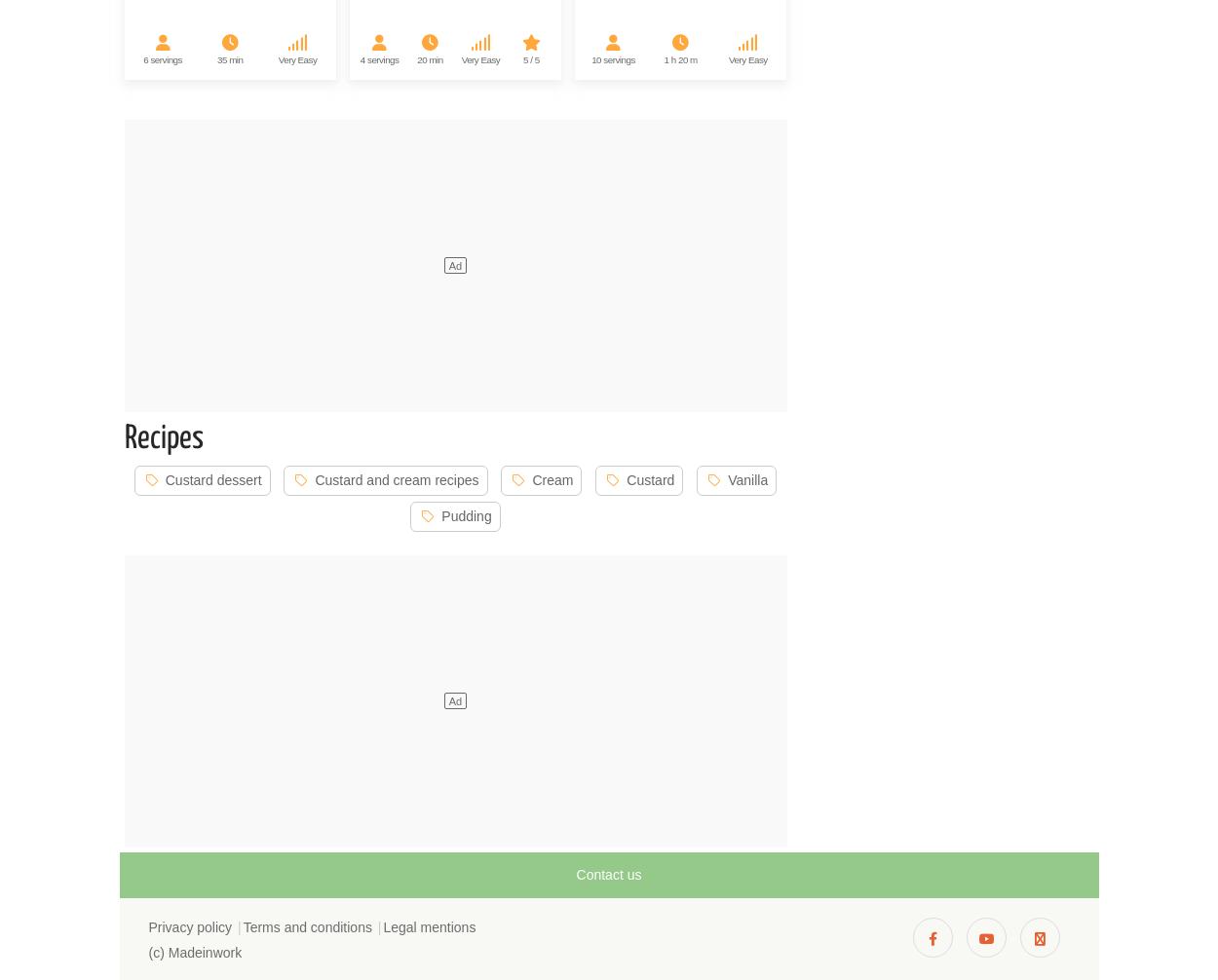  What do you see at coordinates (531, 58) in the screenshot?
I see `'5 / 5'` at bounding box center [531, 58].